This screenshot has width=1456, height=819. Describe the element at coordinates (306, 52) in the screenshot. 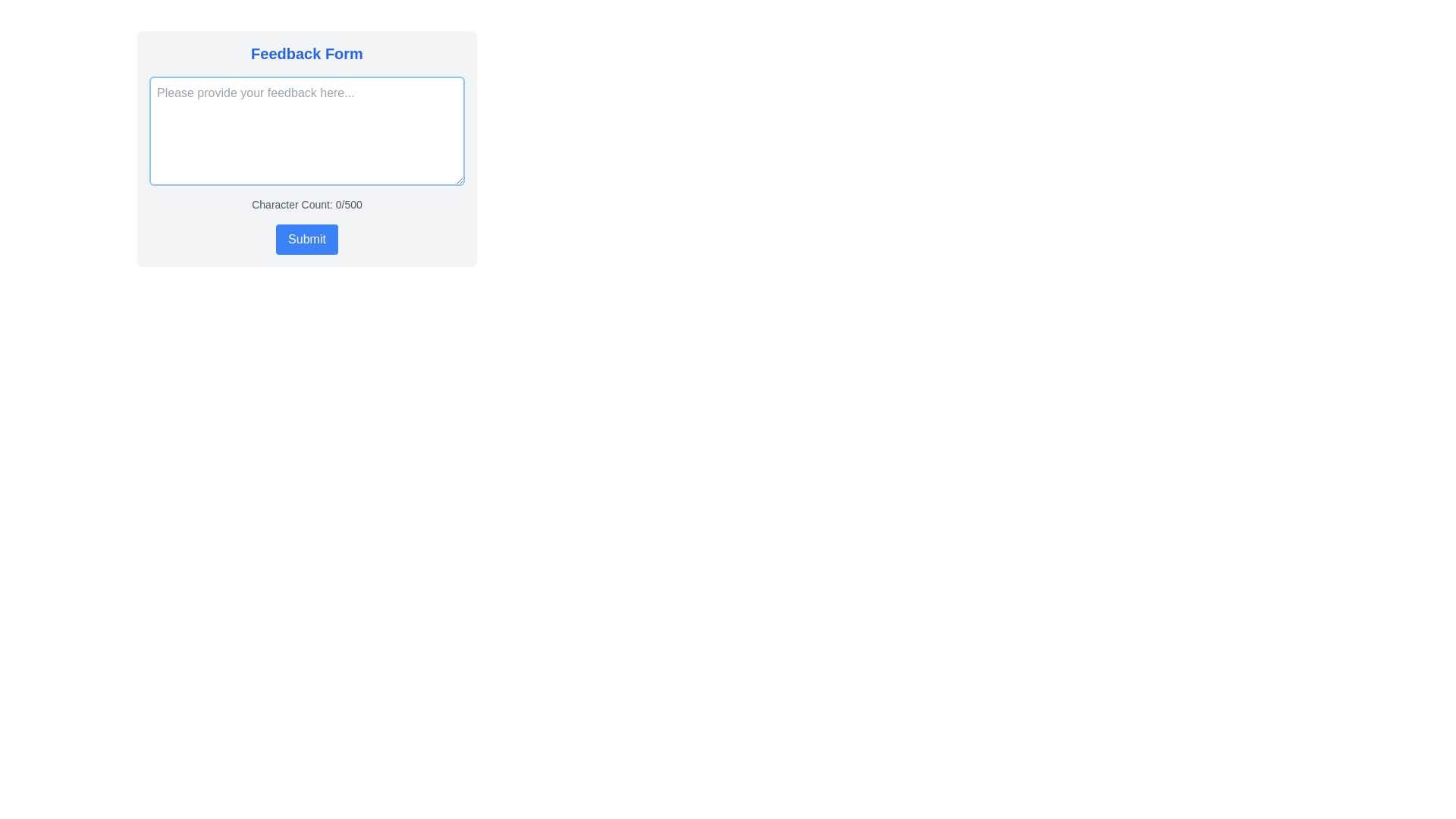

I see `text of the heading that serves as the title for the feedback form, located at the top of the form above the feedback textarea` at that location.